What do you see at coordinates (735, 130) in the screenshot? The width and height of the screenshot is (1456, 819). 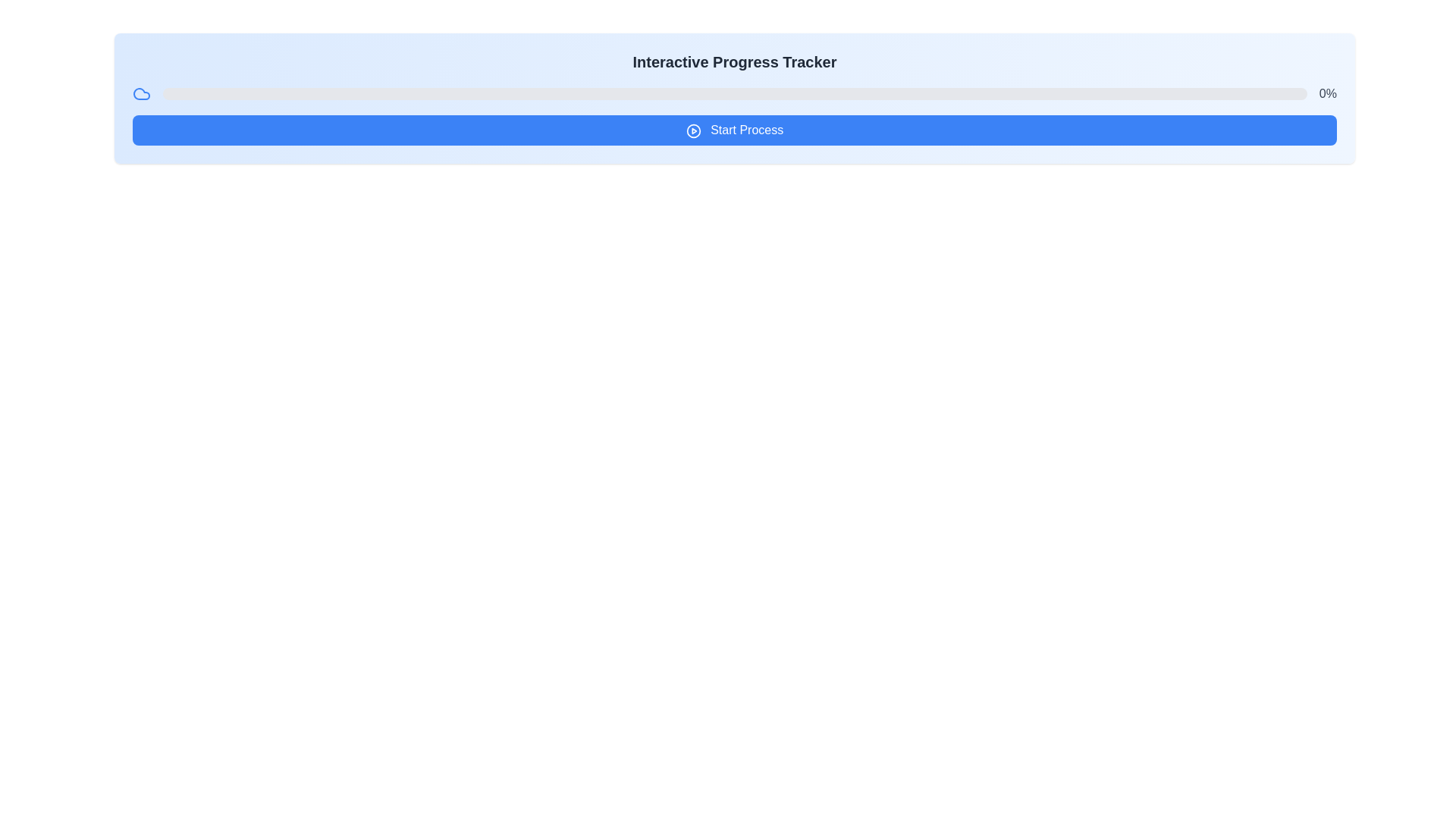 I see `the rectangular button with rounded edges and a blue background labeled 'Start Process' to observe hover effects` at bounding box center [735, 130].